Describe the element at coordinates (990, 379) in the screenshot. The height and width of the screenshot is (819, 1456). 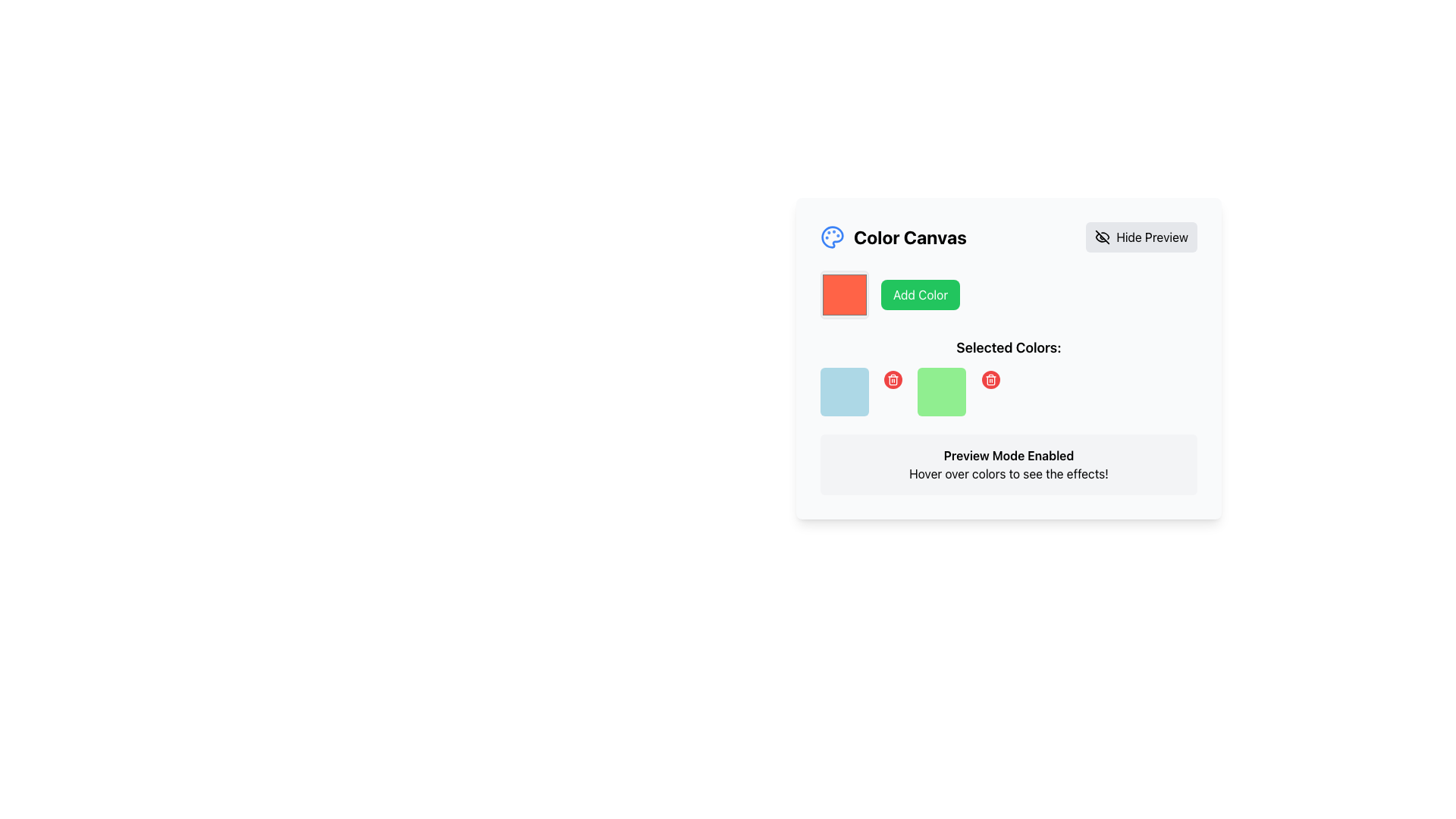
I see `the trash bin icon button, which is styled in white on a red circular background and located next to a green color box in the 'Selected Colors' area` at that location.